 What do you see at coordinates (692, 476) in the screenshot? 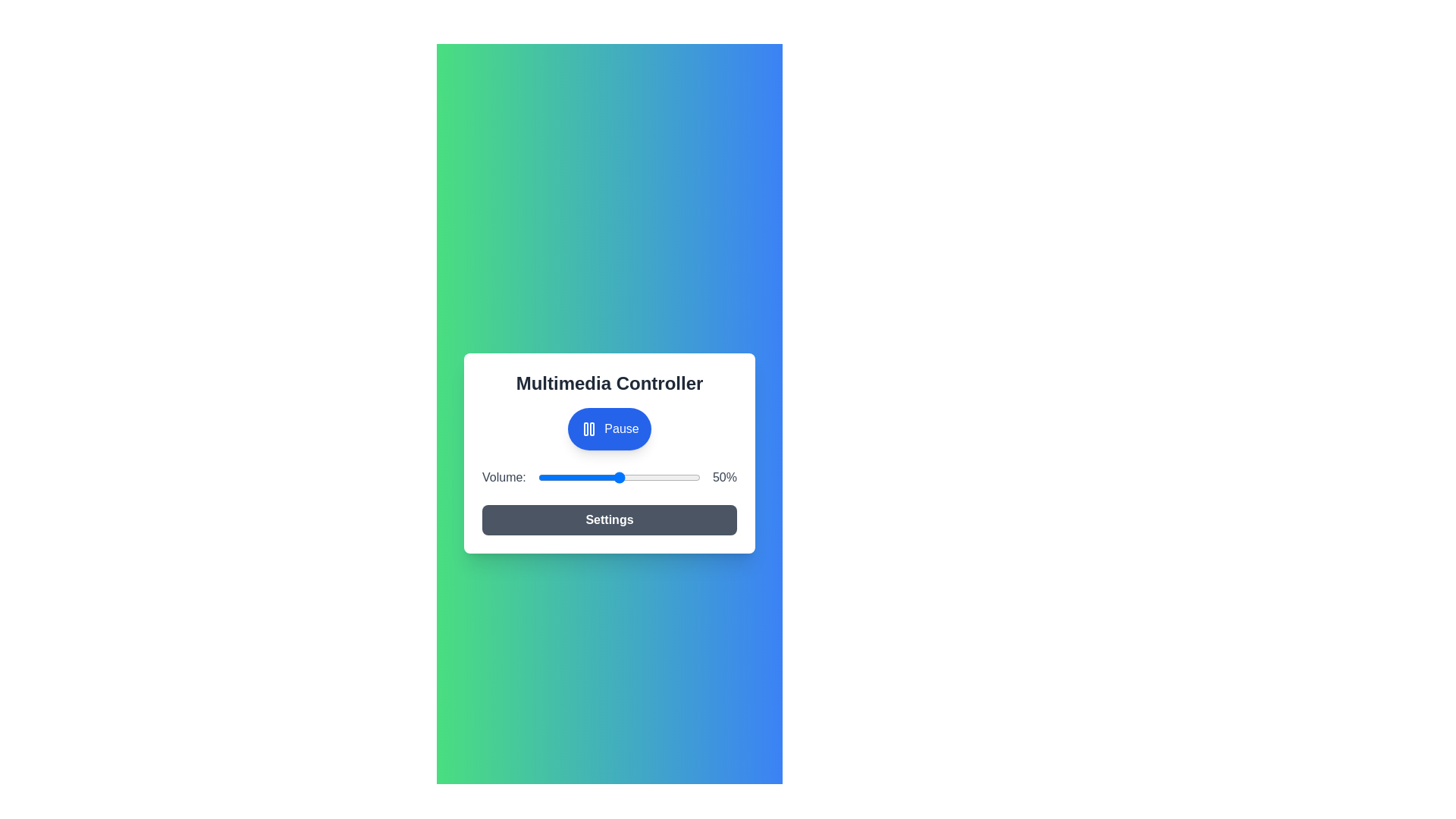
I see `the volume` at bounding box center [692, 476].